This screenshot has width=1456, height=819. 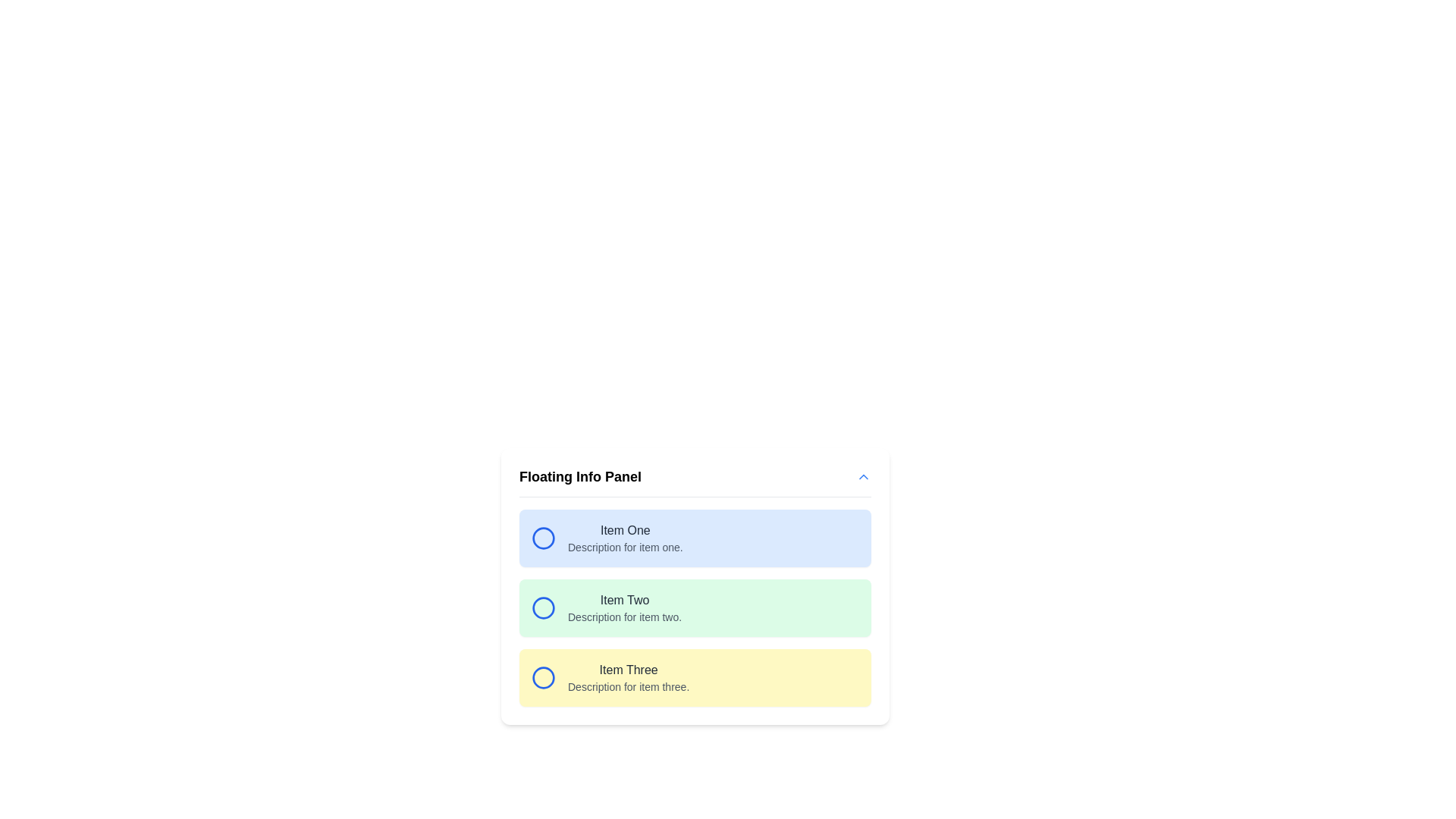 I want to click on textual information displayed for the first item in the vertically stacked list within the 'Floating Info Panel', so click(x=625, y=537).